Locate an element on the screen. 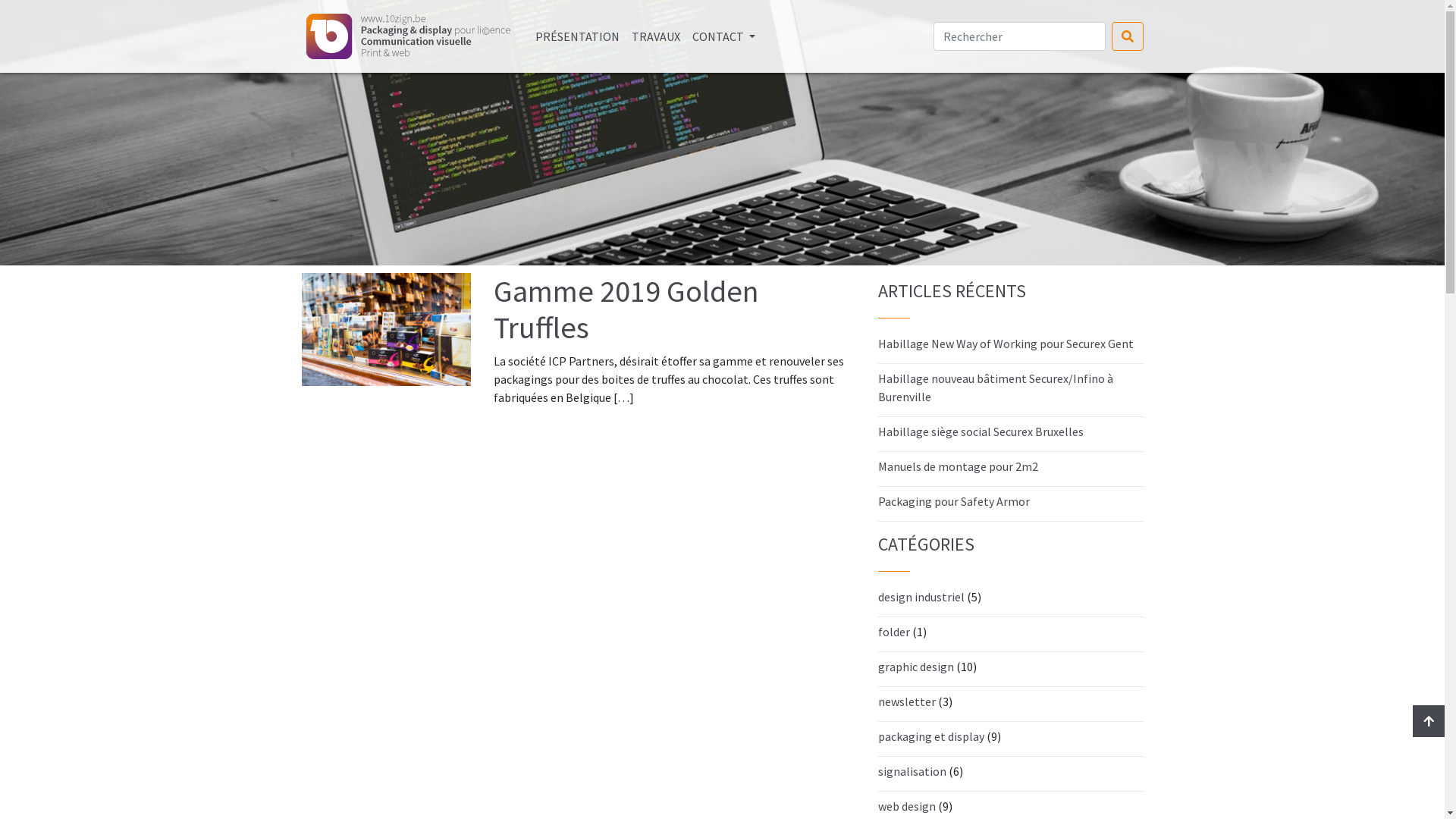 This screenshot has width=1456, height=819. 'design industriel' is located at coordinates (920, 595).